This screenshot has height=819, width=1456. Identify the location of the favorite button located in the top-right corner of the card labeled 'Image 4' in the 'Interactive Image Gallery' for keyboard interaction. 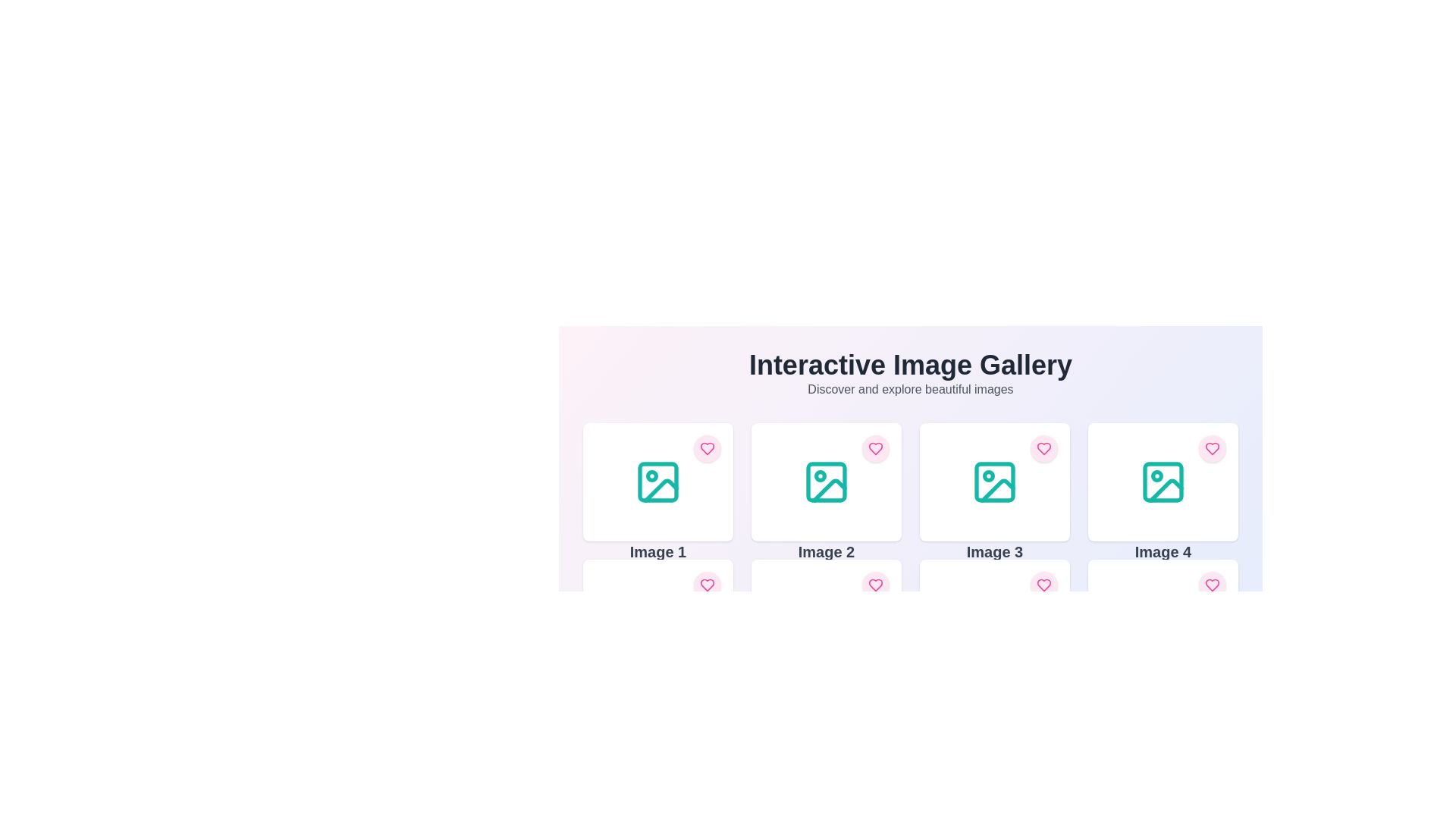
(1211, 584).